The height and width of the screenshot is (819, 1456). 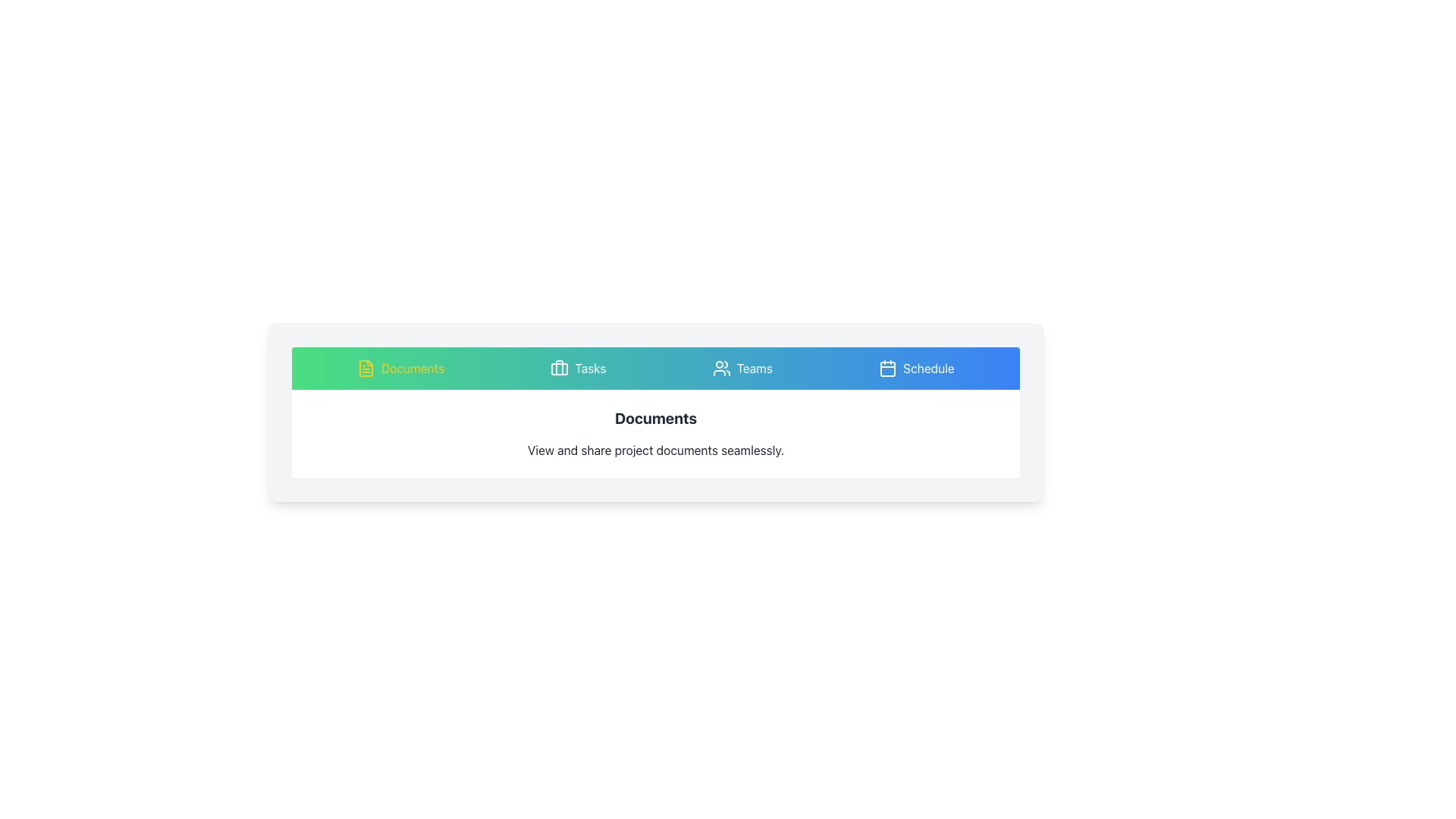 What do you see at coordinates (655, 418) in the screenshot?
I see `the 'Documents' text label, which is a bold, extra-large font label located at the top of its section` at bounding box center [655, 418].